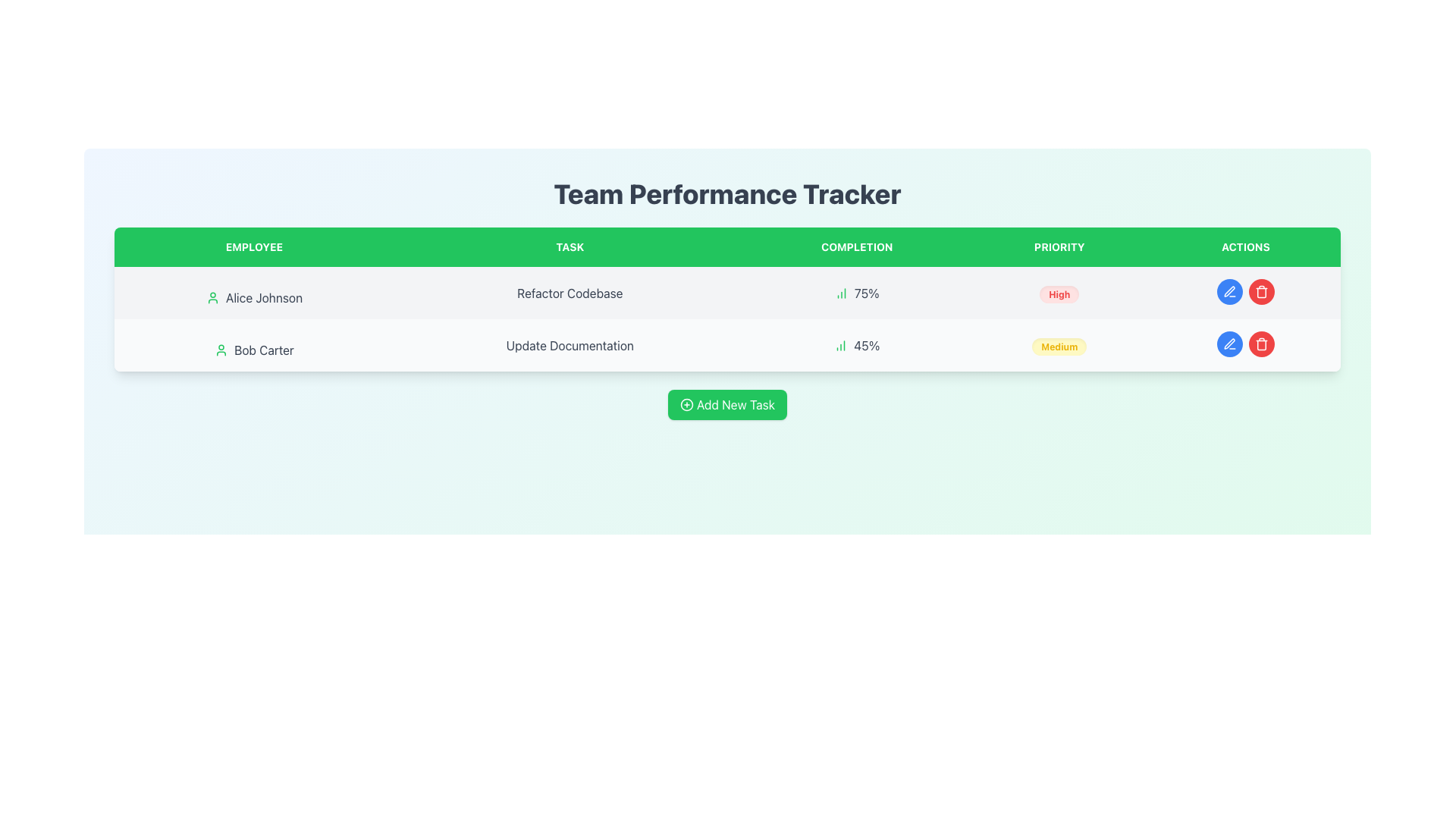 The image size is (1456, 819). What do you see at coordinates (569, 293) in the screenshot?
I see `the text label that displays 'Refactor Codebase', located in the second column of the first row of a structured table layout` at bounding box center [569, 293].